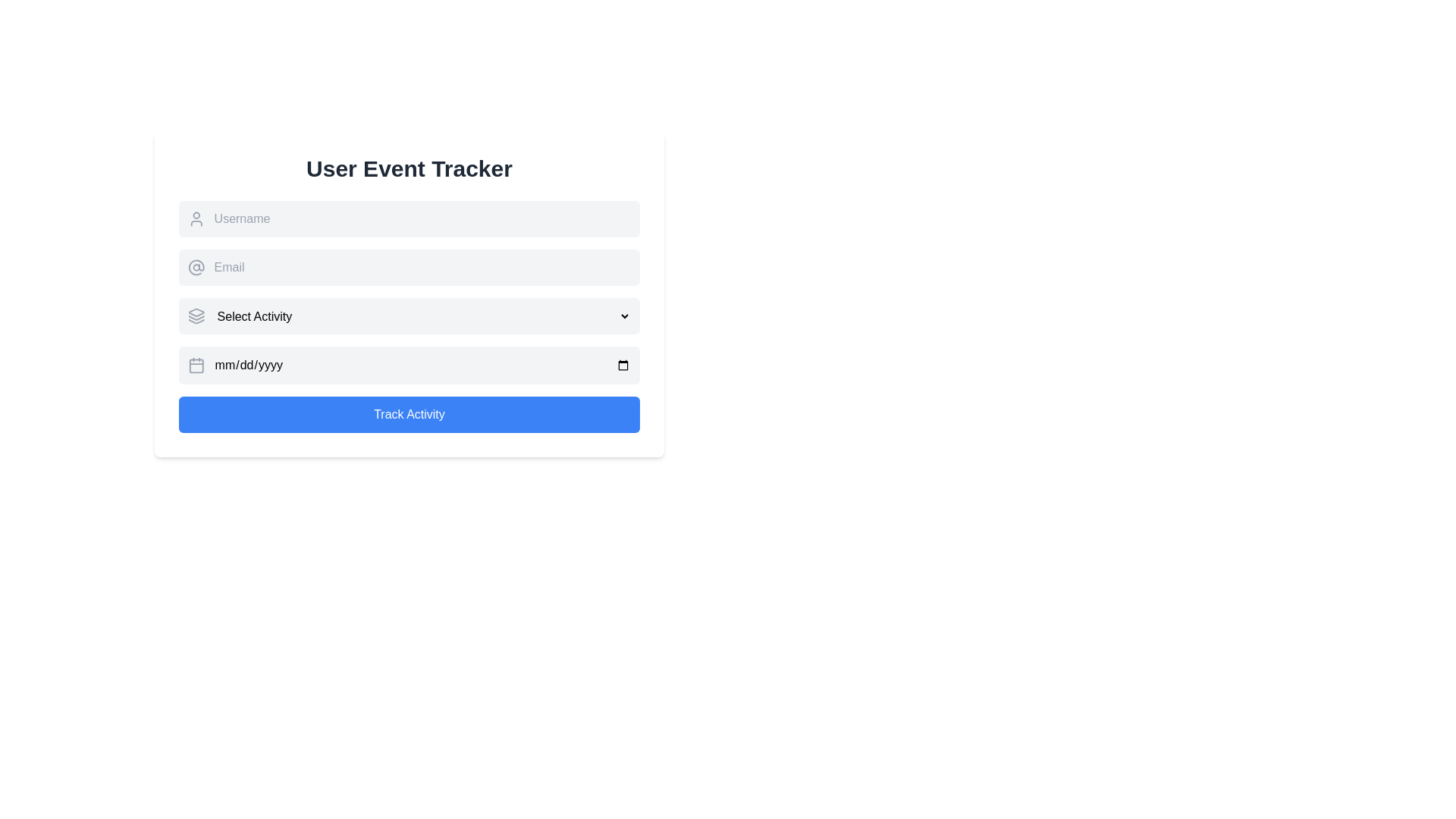 The width and height of the screenshot is (1456, 819). Describe the element at coordinates (409, 415) in the screenshot. I see `the button located at the bottom of the vertical form layout to trigger hover styling` at that location.